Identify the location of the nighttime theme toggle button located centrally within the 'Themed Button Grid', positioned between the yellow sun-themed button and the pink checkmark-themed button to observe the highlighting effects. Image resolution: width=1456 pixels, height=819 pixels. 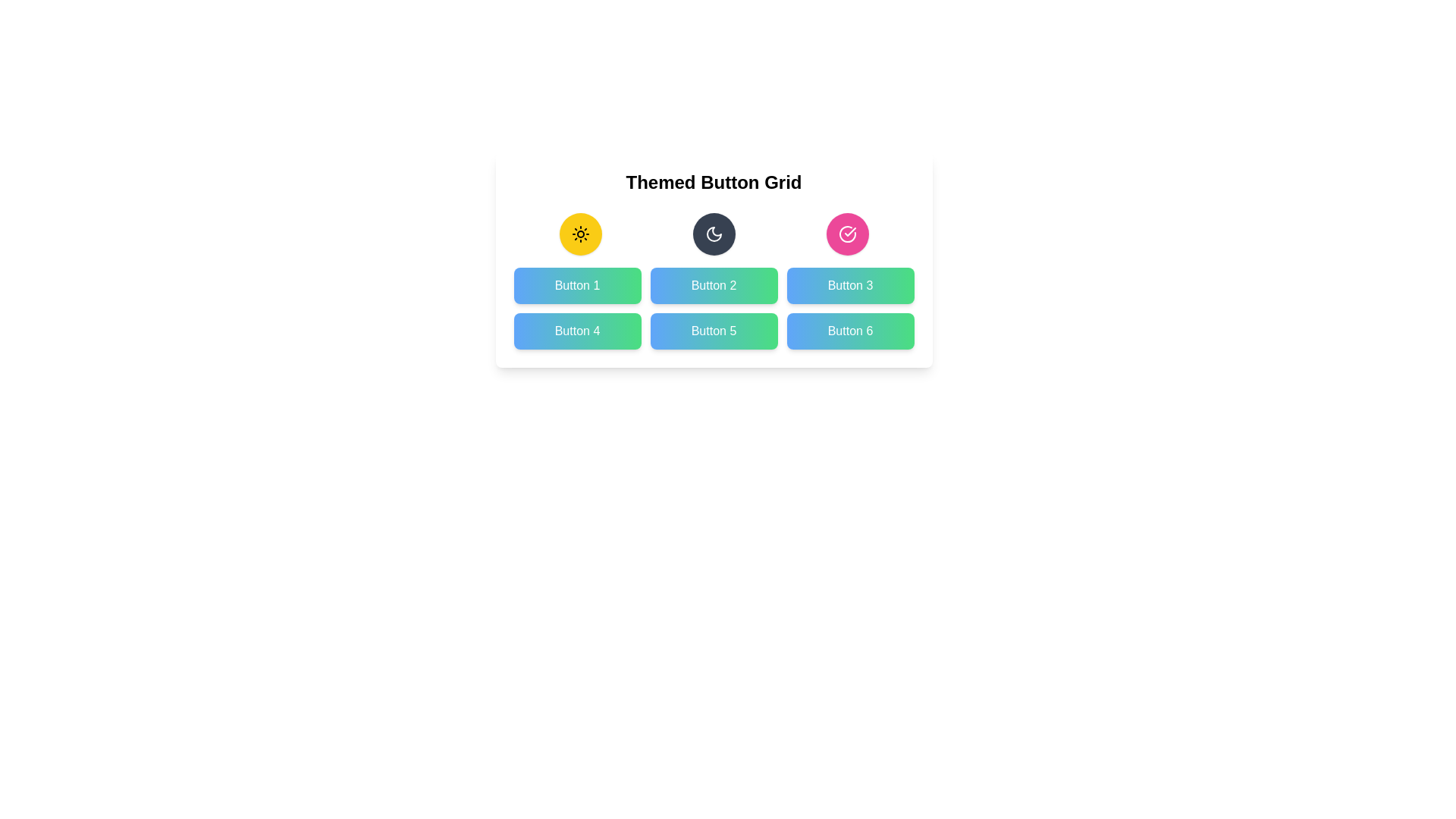
(713, 234).